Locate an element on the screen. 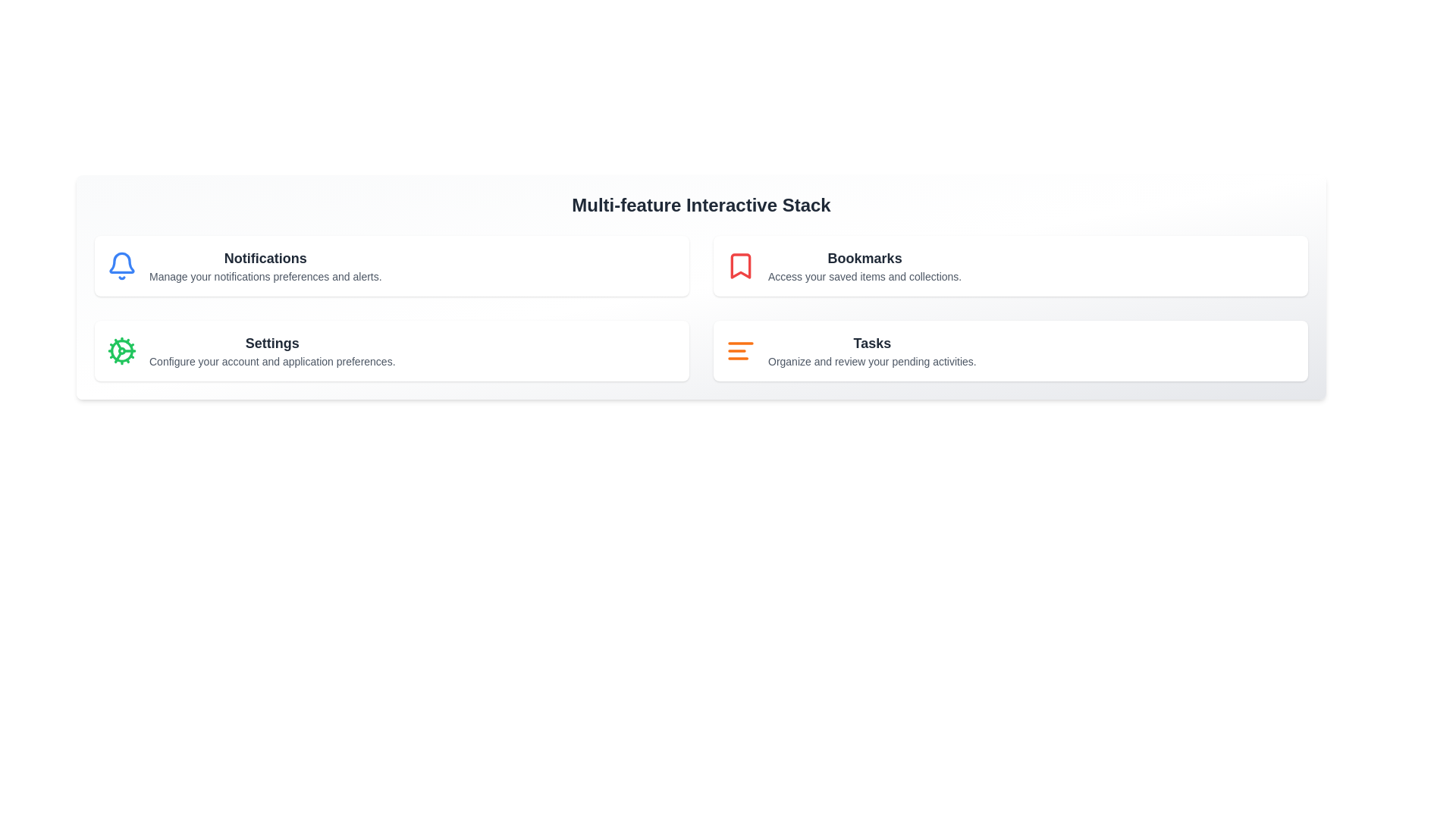 This screenshot has width=1456, height=819. the alignment icon located to the left of the 'Tasks' text within the 'Tasks' card is located at coordinates (741, 350).